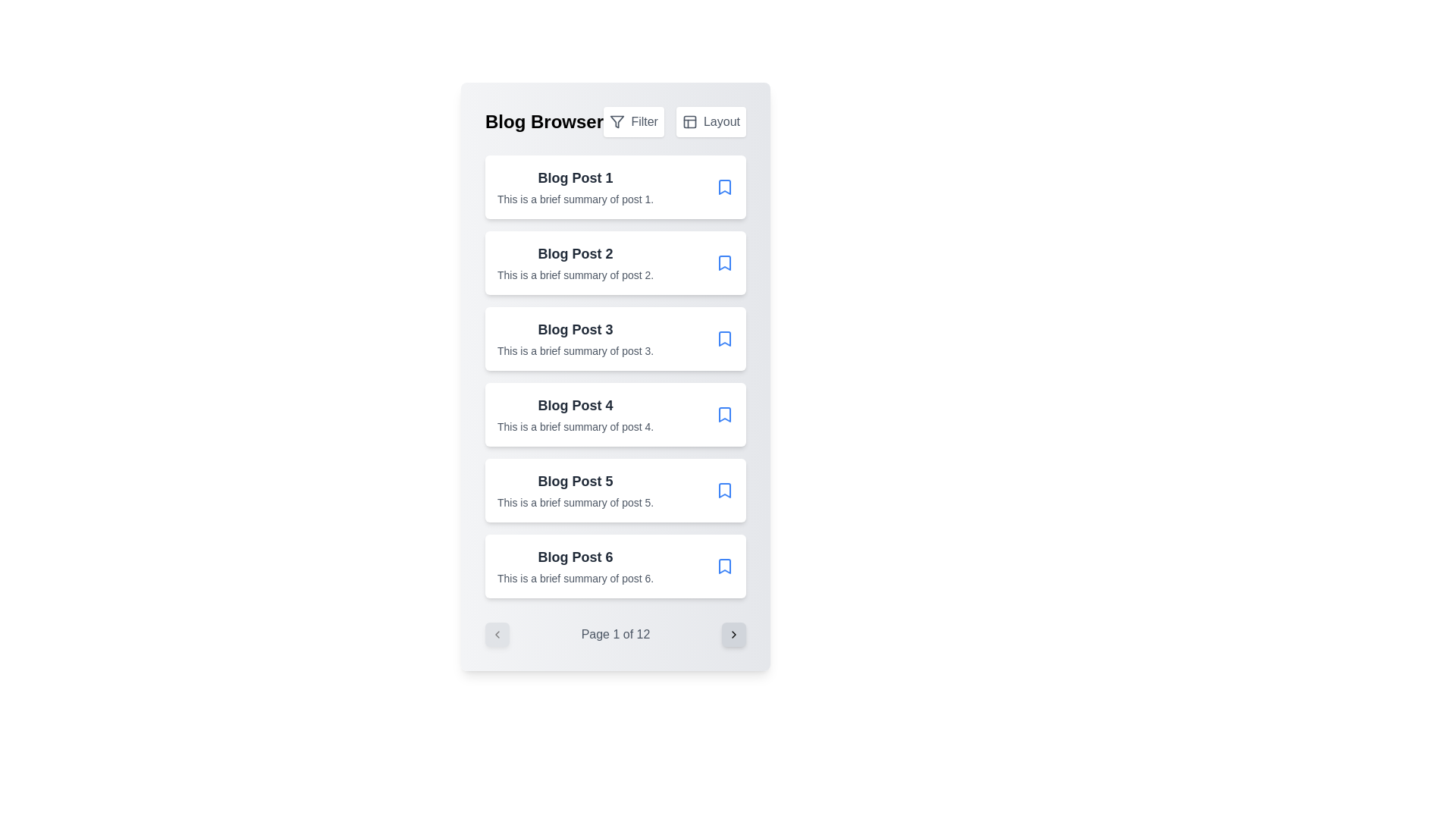  I want to click on the text component displaying 'This is a brief summary of post 1.', which is styled in gray and located below the title 'Blog Post 1' in the first card, so click(575, 198).